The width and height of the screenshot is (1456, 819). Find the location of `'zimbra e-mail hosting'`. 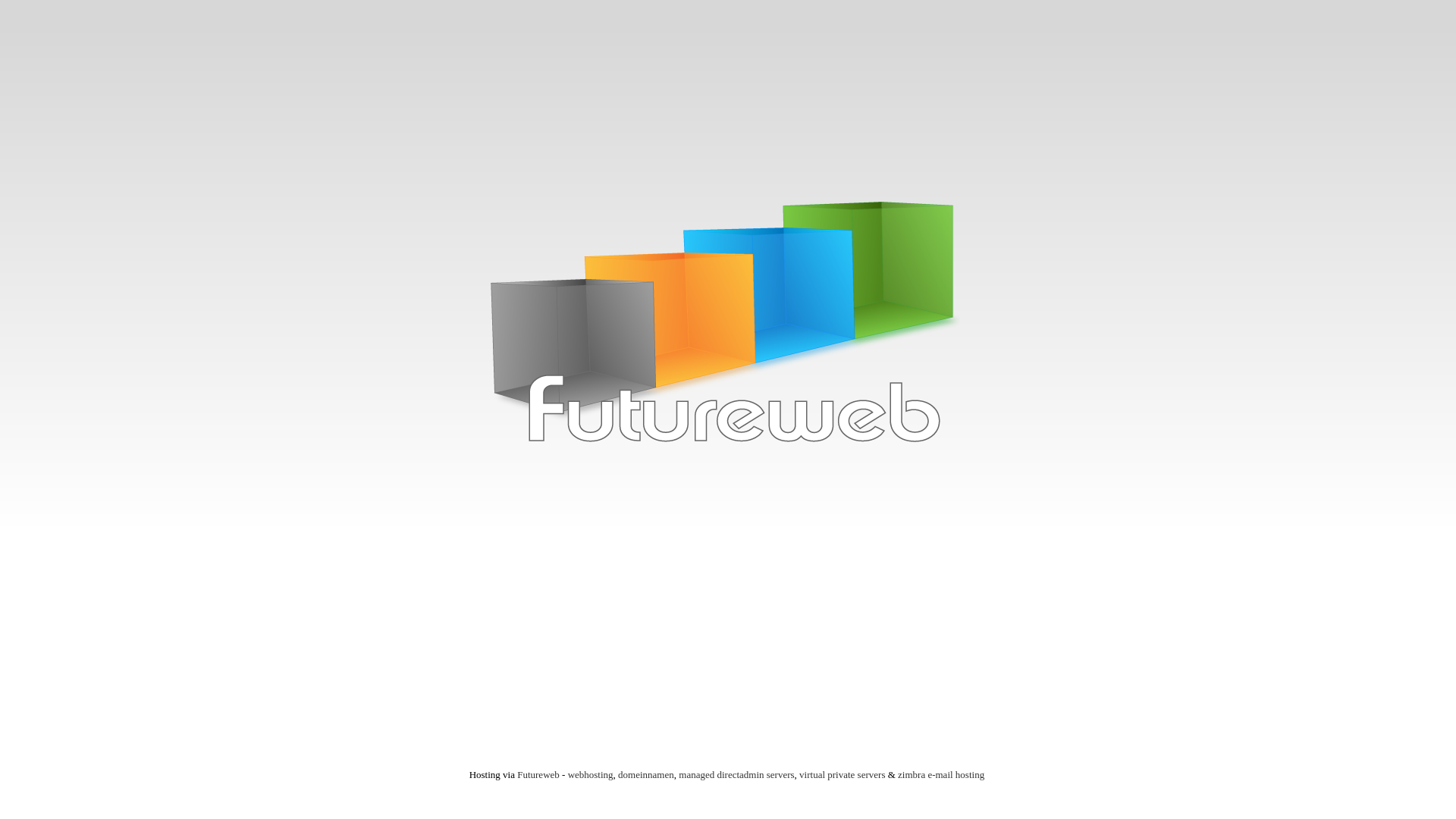

'zimbra e-mail hosting' is located at coordinates (940, 774).